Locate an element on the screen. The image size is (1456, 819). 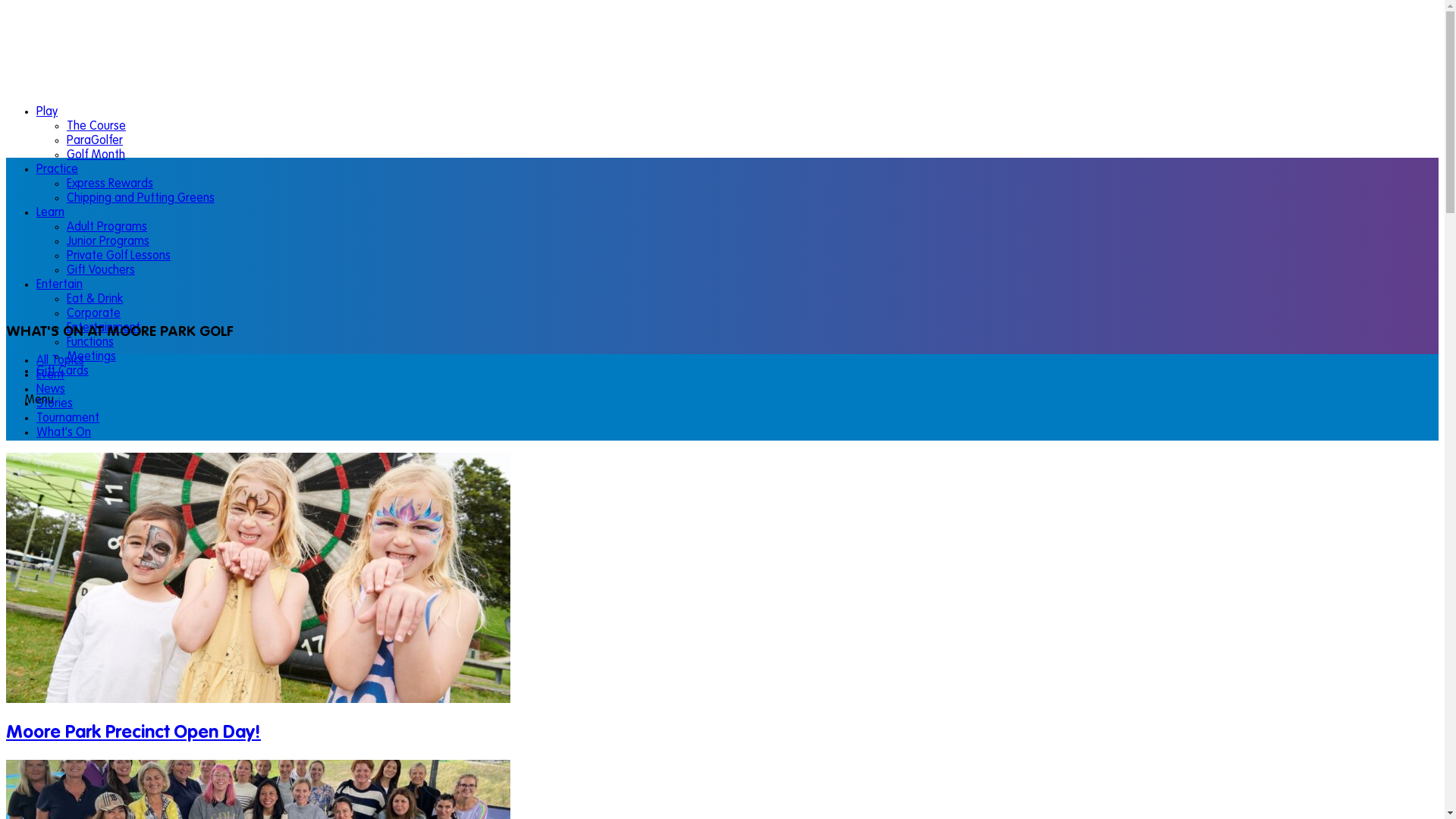
'Entertain' is located at coordinates (36, 284).